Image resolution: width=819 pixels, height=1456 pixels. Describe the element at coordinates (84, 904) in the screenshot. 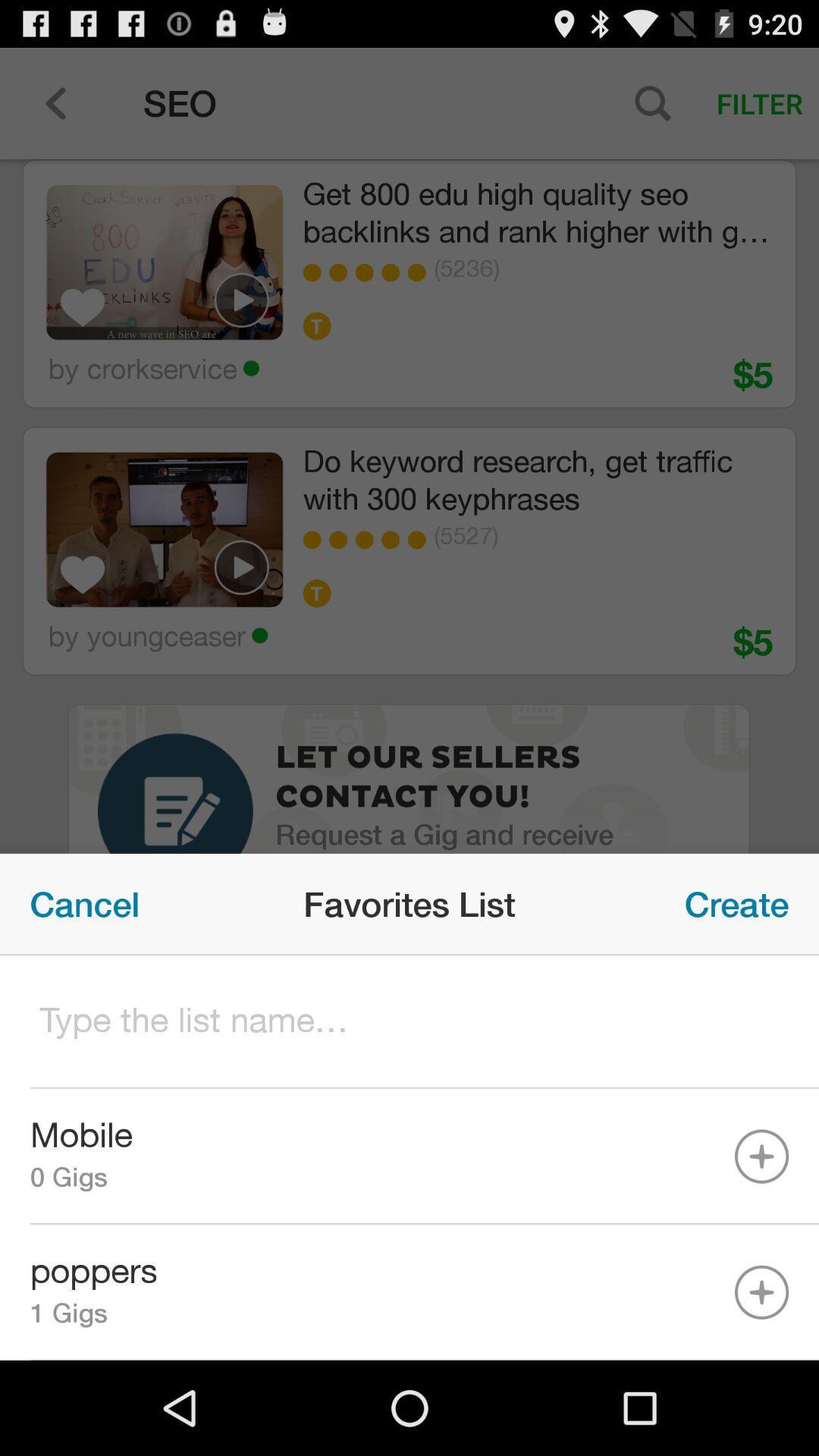

I see `item to the left of the favorites list icon` at that location.